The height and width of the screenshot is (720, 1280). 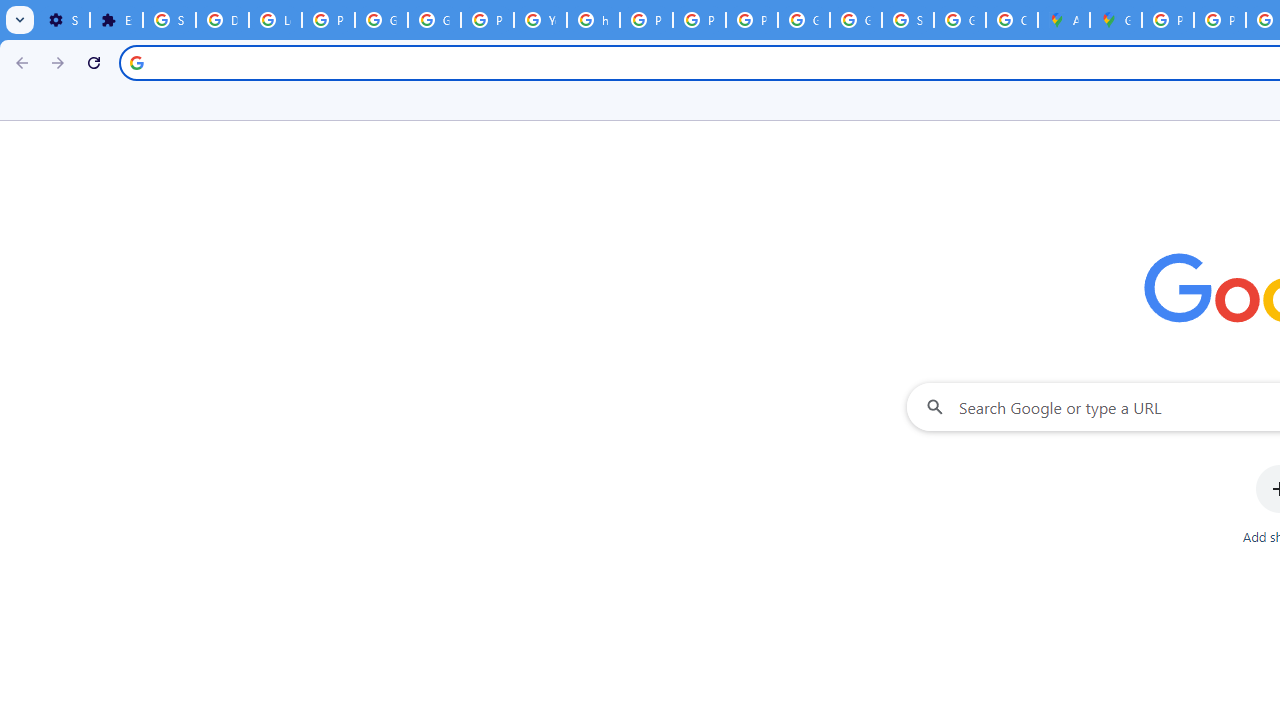 What do you see at coordinates (63, 20) in the screenshot?
I see `'Settings - On startup'` at bounding box center [63, 20].